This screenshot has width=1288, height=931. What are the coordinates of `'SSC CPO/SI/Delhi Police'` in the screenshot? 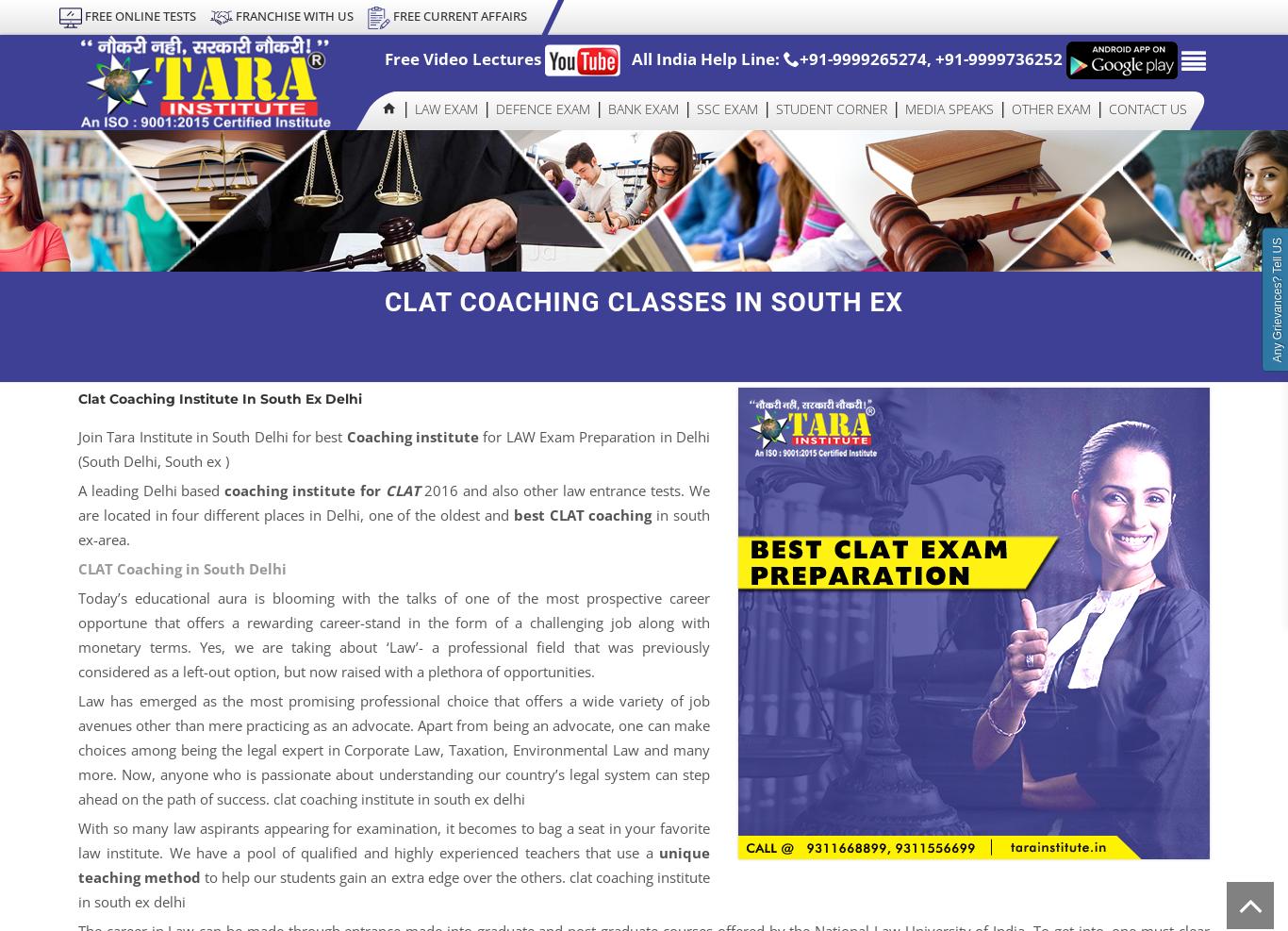 It's located at (777, 324).